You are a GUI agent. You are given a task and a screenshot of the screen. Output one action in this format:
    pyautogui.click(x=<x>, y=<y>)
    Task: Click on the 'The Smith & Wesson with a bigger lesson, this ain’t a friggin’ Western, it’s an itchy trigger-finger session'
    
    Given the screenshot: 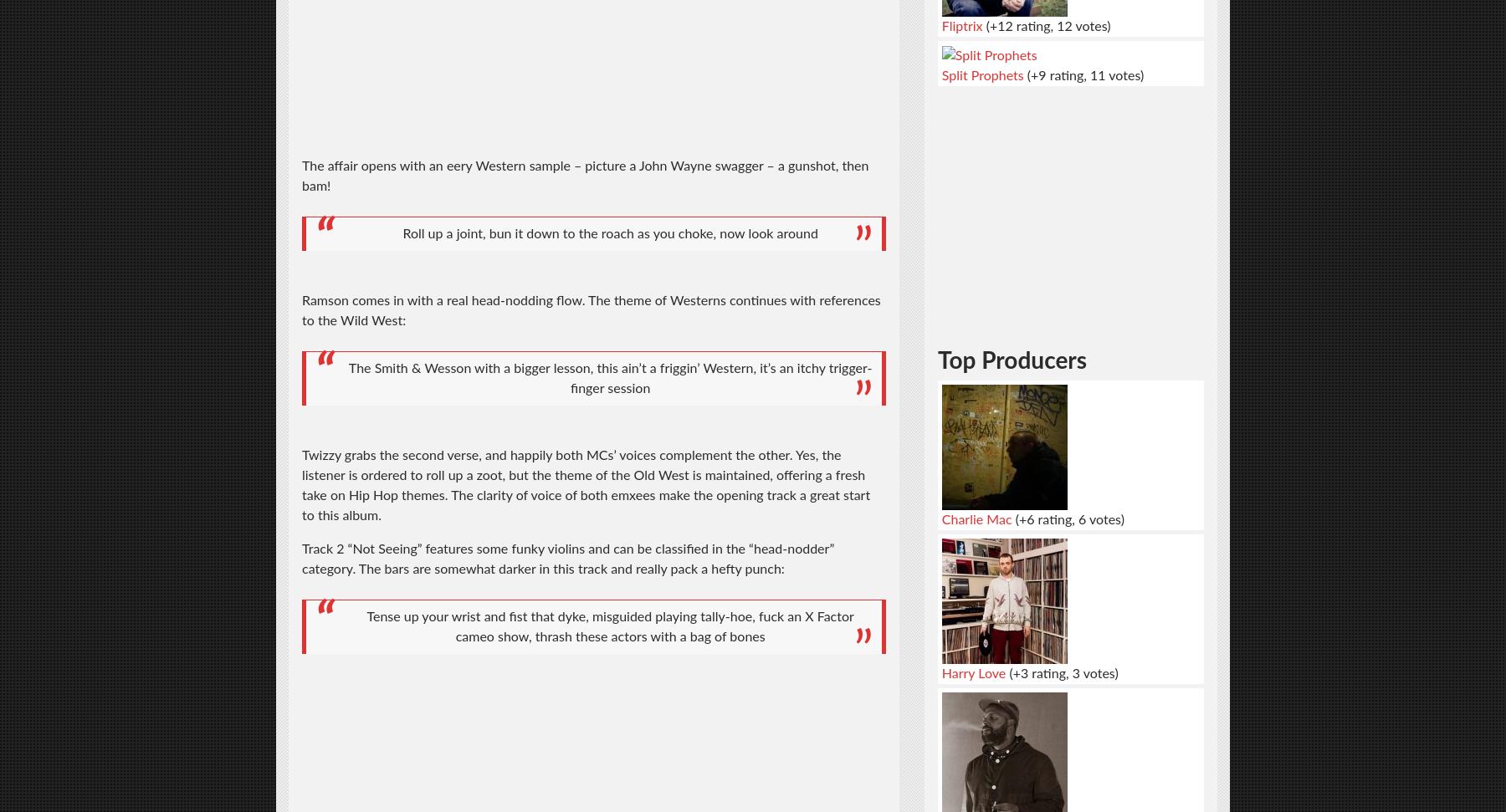 What is the action you would take?
    pyautogui.click(x=609, y=378)
    